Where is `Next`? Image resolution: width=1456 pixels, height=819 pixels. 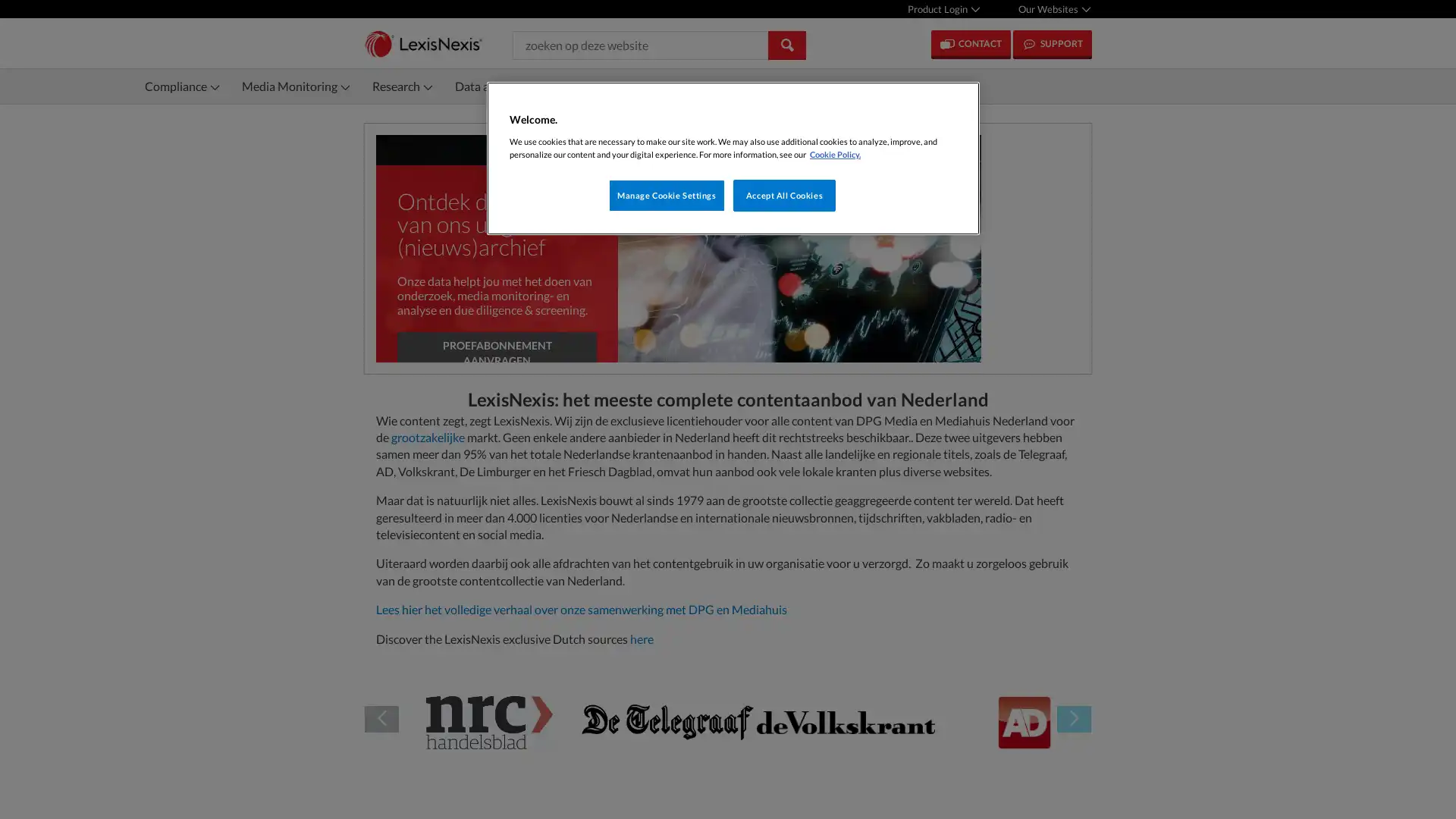
Next is located at coordinates (1073, 756).